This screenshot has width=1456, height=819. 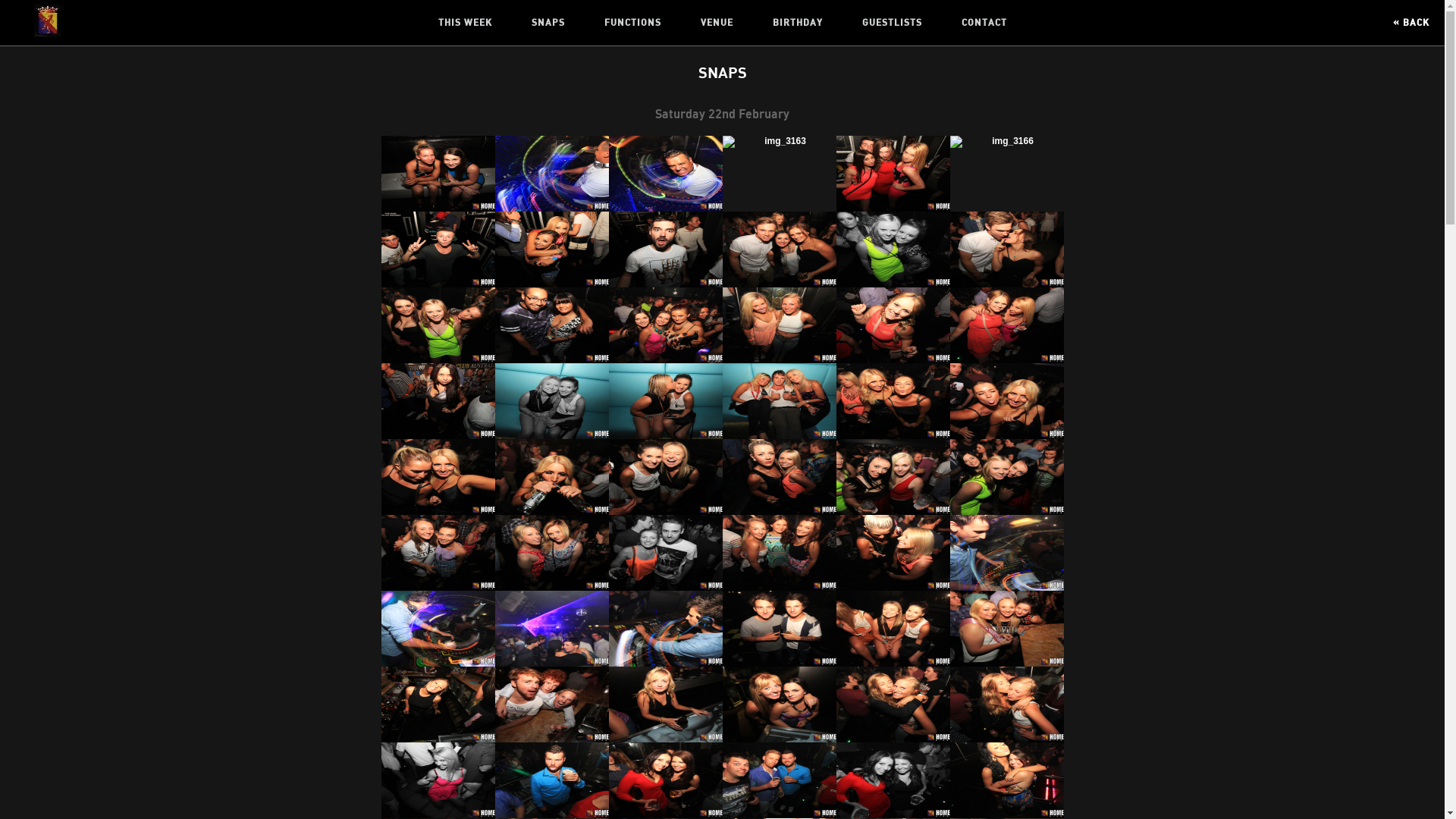 I want to click on 'BIRTHDAY', so click(x=796, y=23).